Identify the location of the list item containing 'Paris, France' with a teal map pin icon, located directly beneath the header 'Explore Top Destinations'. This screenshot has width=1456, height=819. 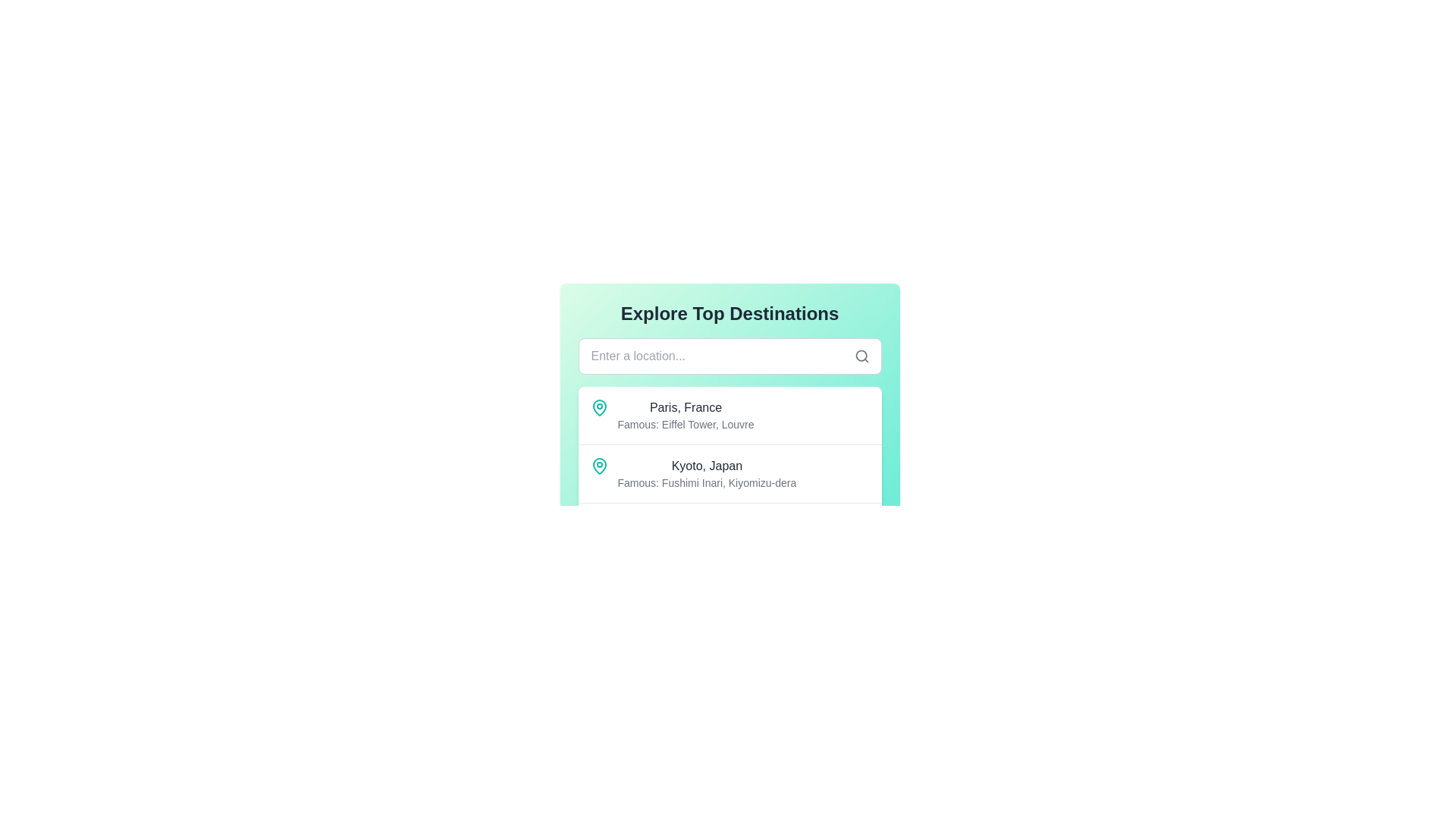
(730, 415).